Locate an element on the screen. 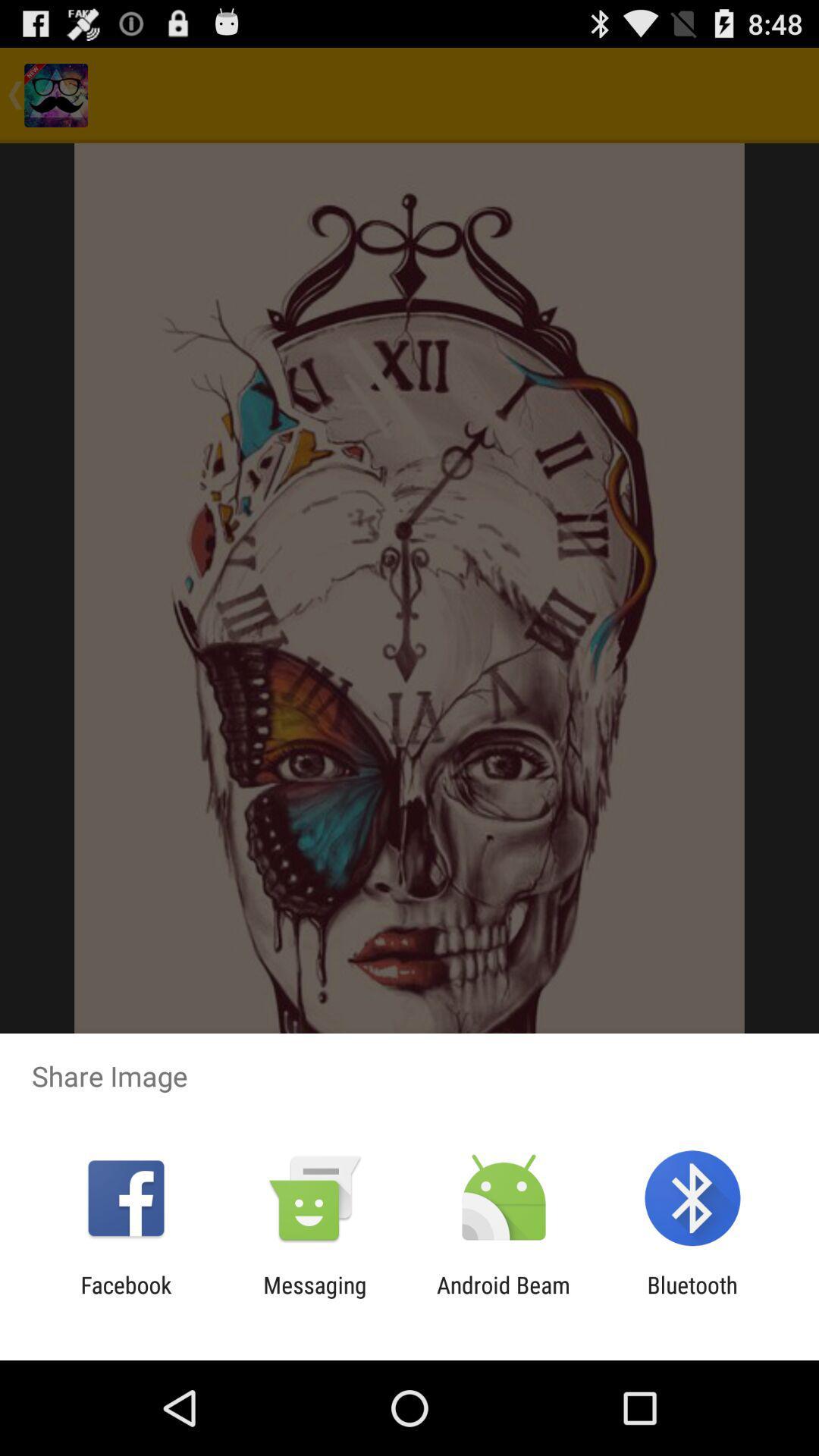 The width and height of the screenshot is (819, 1456). item to the left of the android beam is located at coordinates (314, 1298).